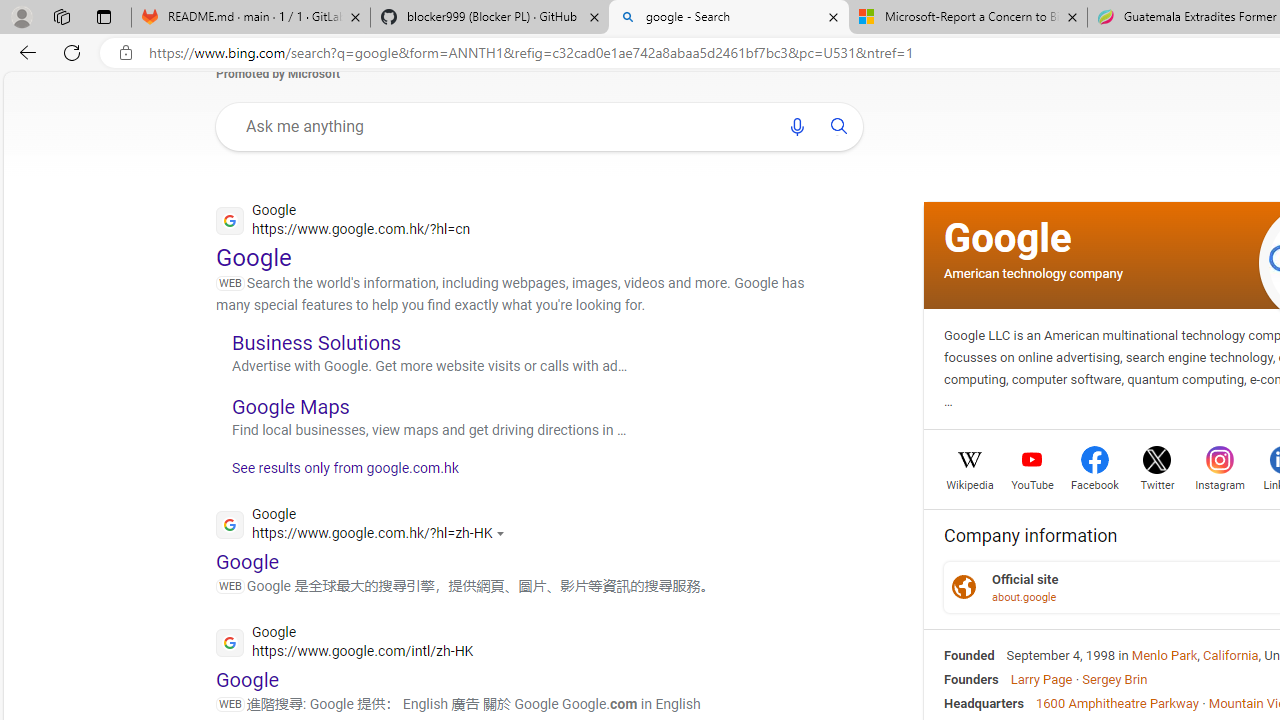  What do you see at coordinates (963, 586) in the screenshot?
I see `'Class: sp-ofsite'` at bounding box center [963, 586].